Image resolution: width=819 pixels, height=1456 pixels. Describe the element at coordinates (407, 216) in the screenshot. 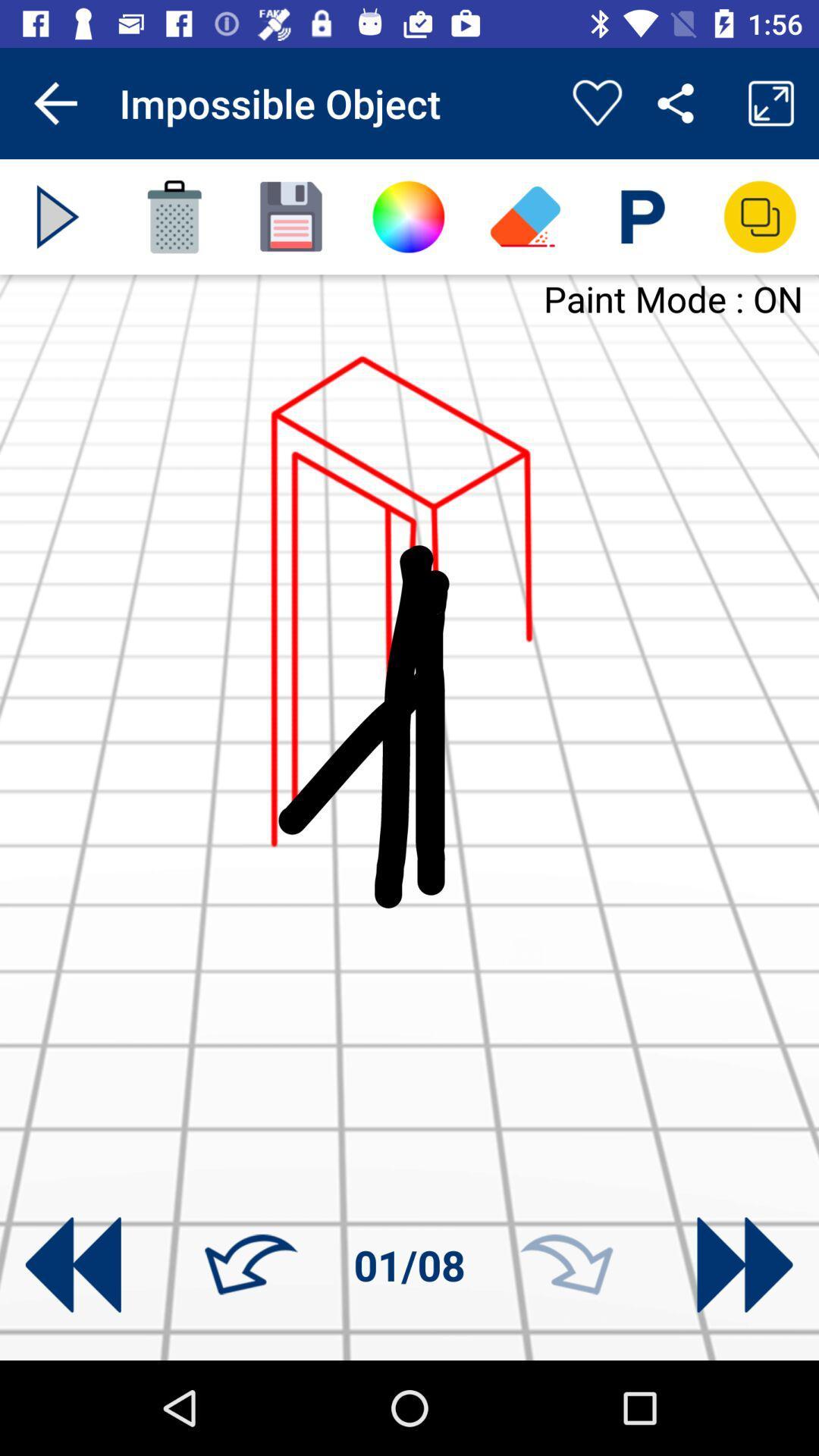

I see `the avatar icon` at that location.